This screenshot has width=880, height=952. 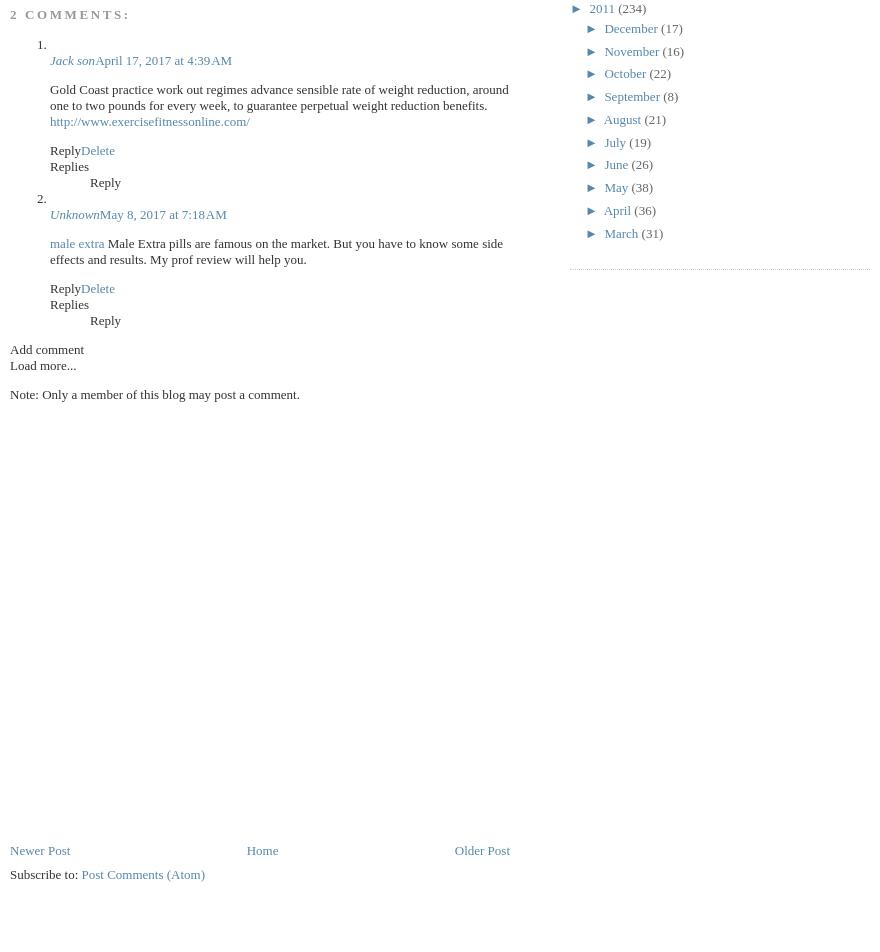 What do you see at coordinates (626, 73) in the screenshot?
I see `'October'` at bounding box center [626, 73].